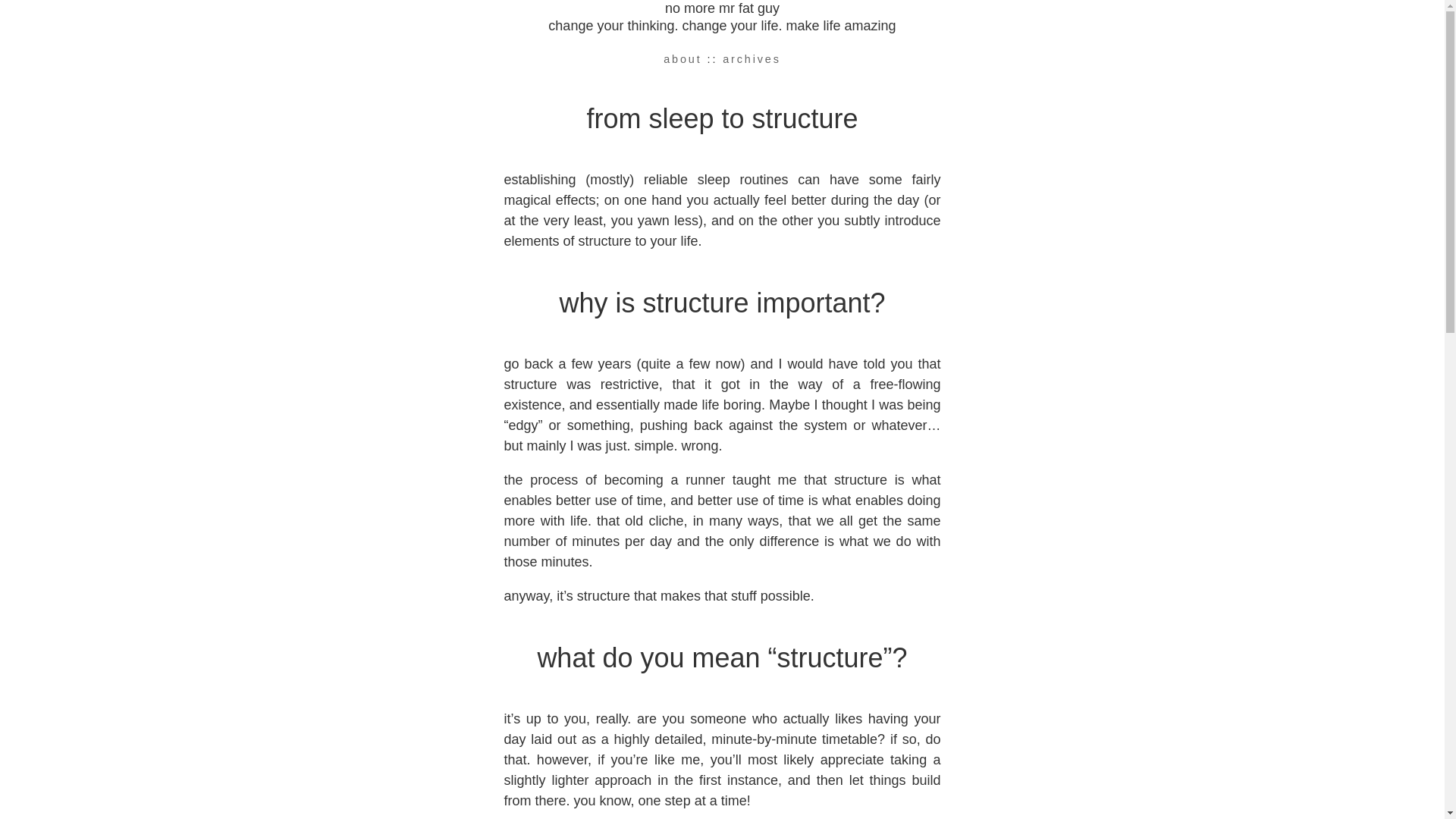 The width and height of the screenshot is (1456, 819). Describe the element at coordinates (722, 58) in the screenshot. I see `'archives'` at that location.